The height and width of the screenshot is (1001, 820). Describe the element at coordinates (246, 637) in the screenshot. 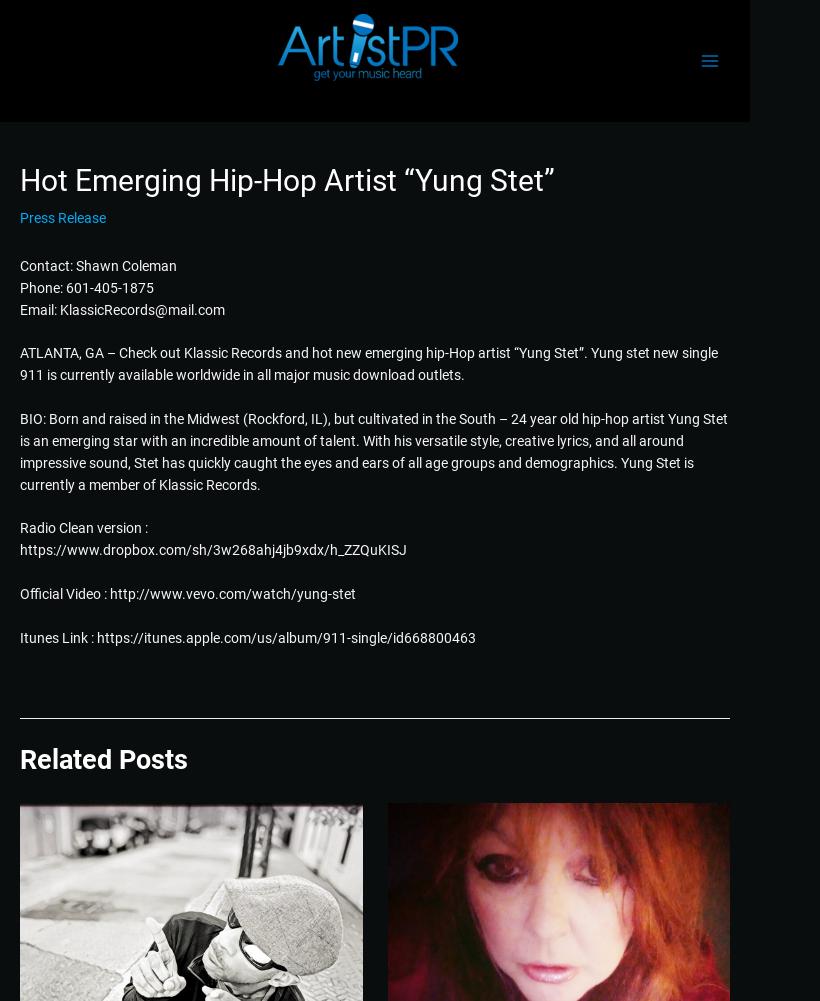

I see `'Itunes Link : https://itunes.apple.com/us/album/911-single/id668800463'` at that location.